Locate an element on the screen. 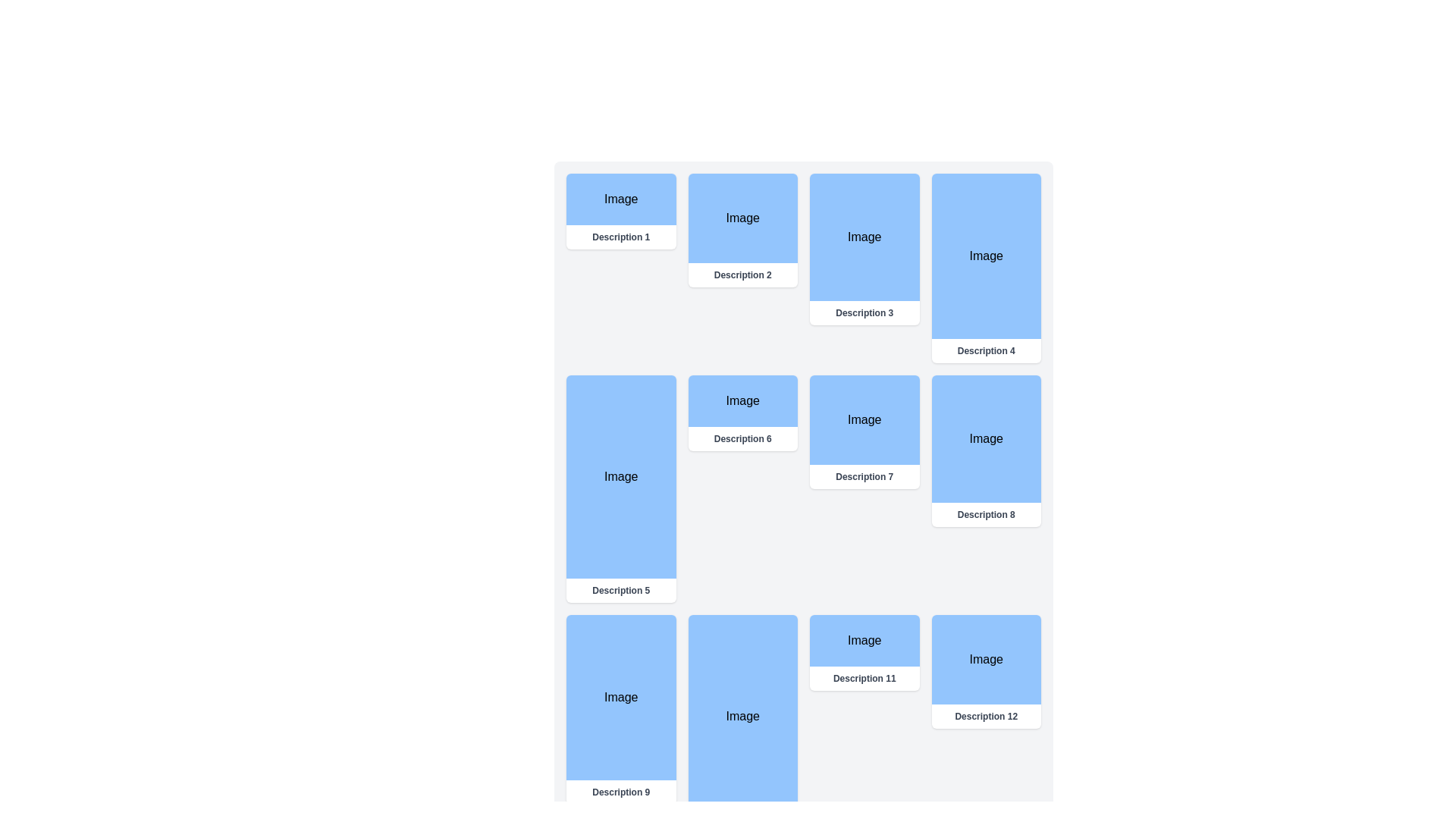 The height and width of the screenshot is (819, 1456). the static visual component located centrally within the card structure, associated with 'Description 3', positioned in the third column of the topmost row is located at coordinates (864, 237).